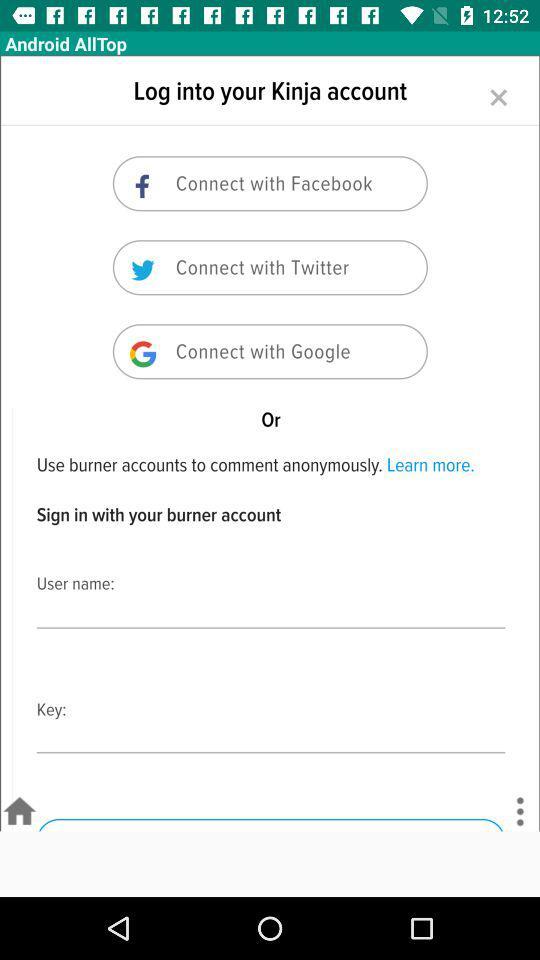 The height and width of the screenshot is (960, 540). I want to click on login page, so click(270, 443).